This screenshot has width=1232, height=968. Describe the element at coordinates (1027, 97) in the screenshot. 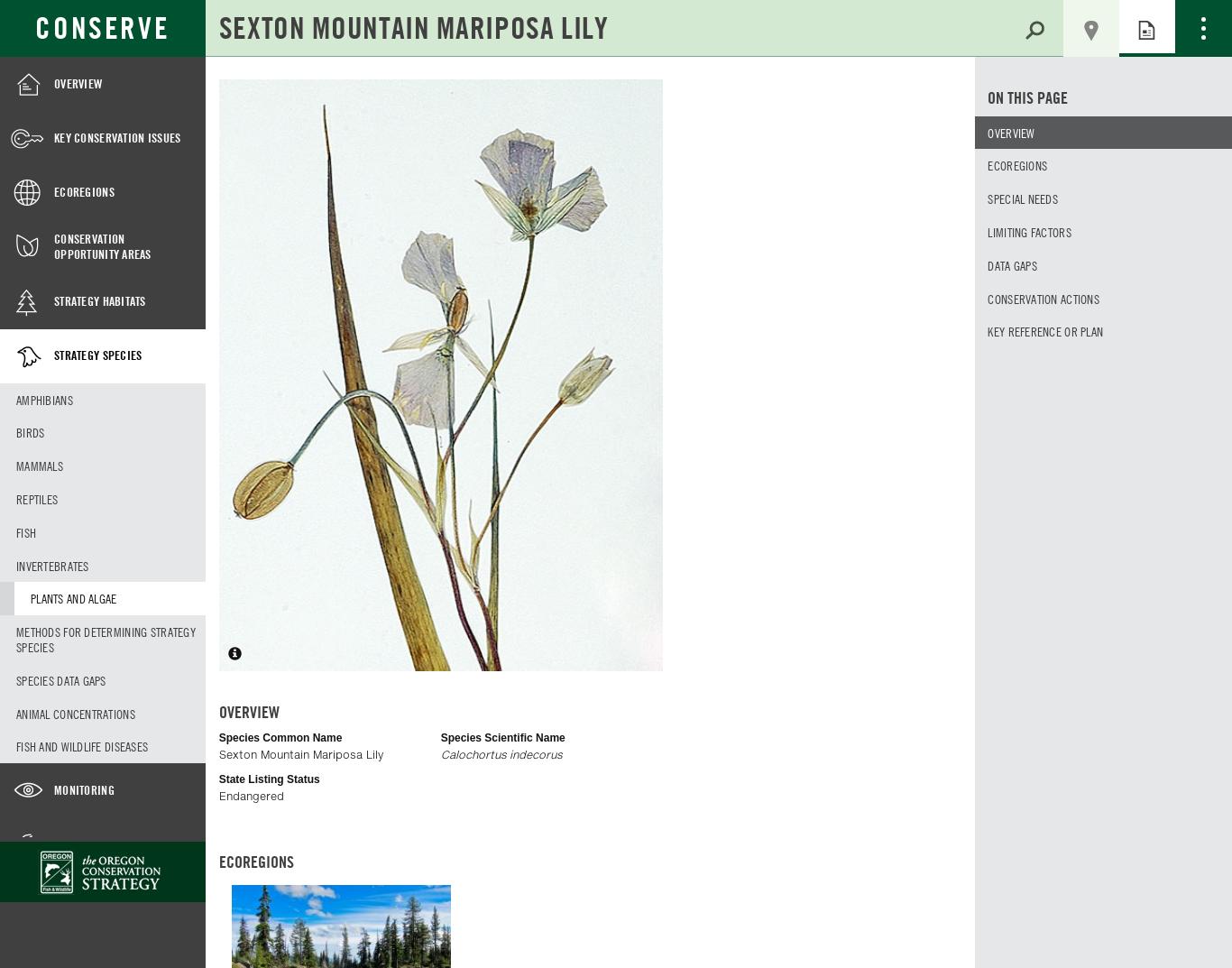

I see `'On This Page'` at that location.